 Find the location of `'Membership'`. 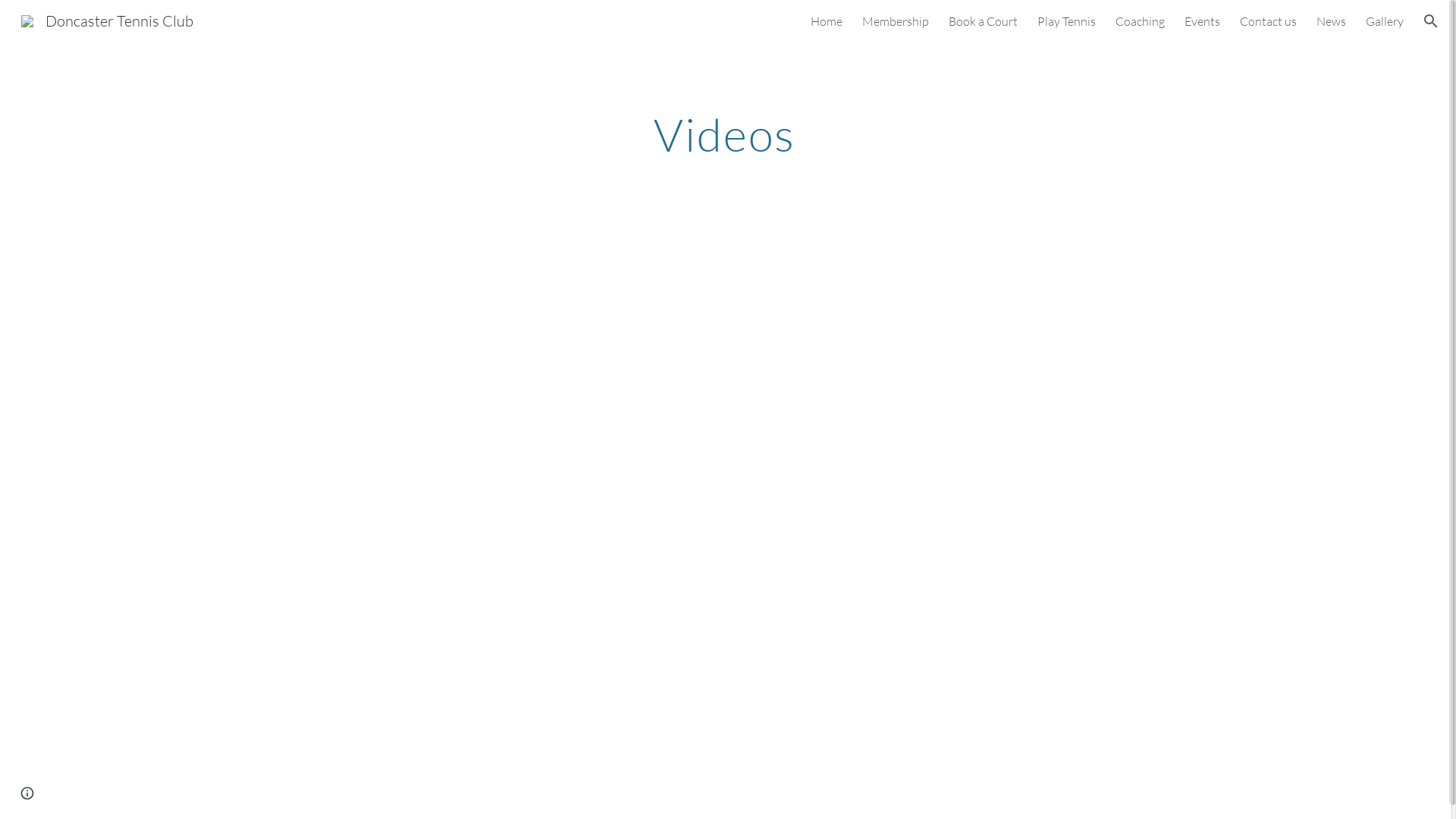

'Membership' is located at coordinates (895, 20).